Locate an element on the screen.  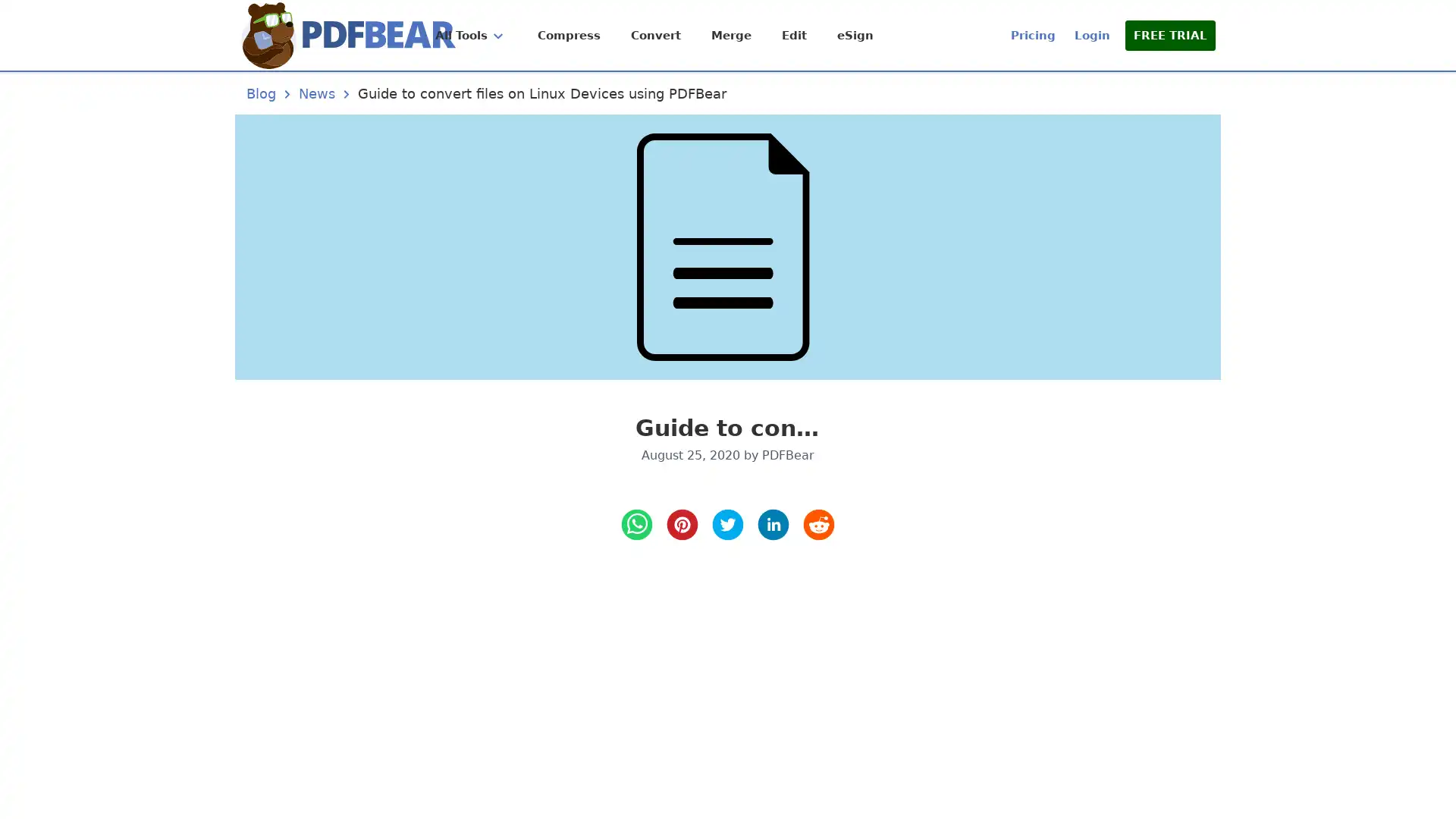
eSign is located at coordinates (855, 34).